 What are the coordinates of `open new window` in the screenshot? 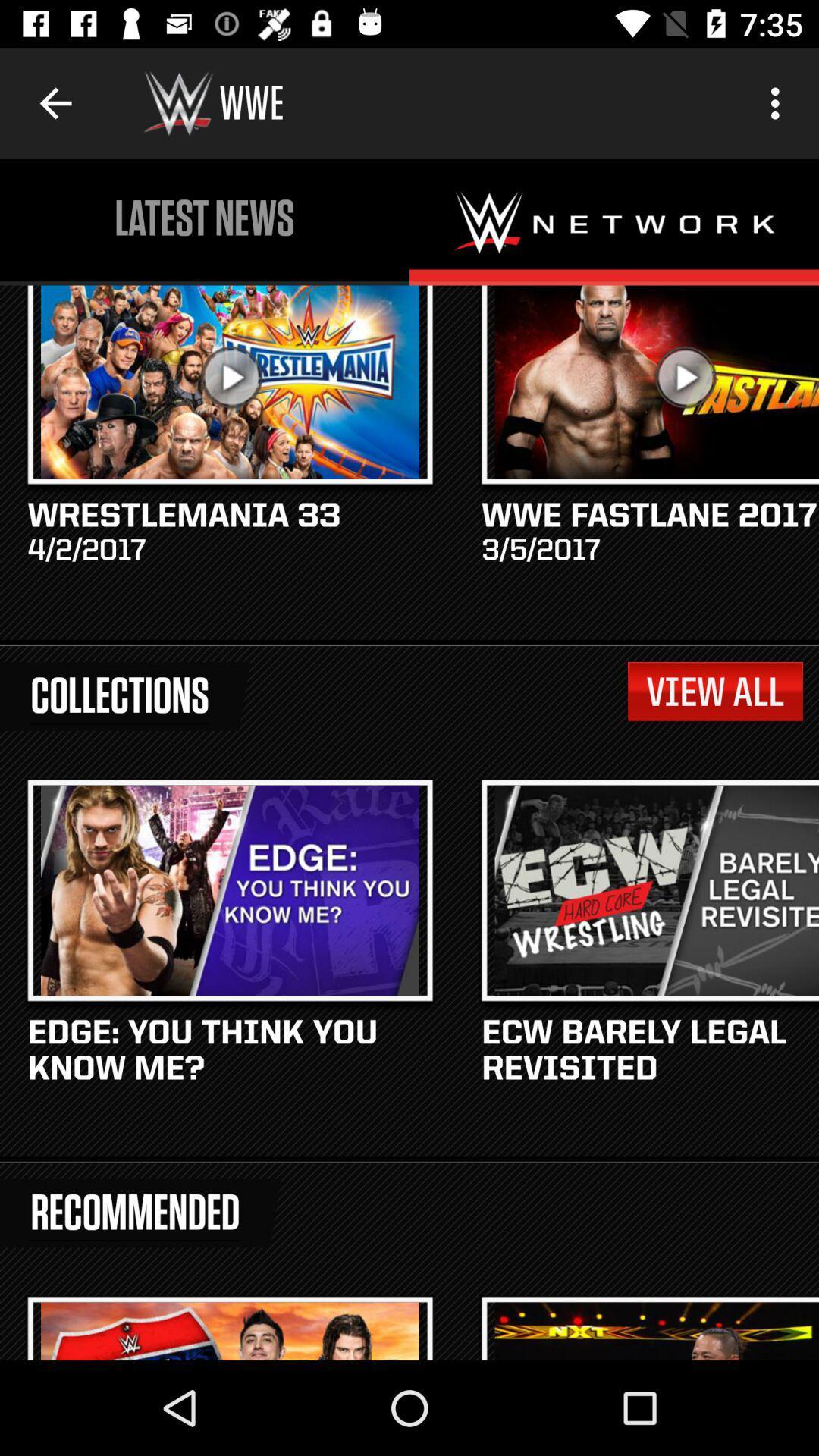 It's located at (614, 221).